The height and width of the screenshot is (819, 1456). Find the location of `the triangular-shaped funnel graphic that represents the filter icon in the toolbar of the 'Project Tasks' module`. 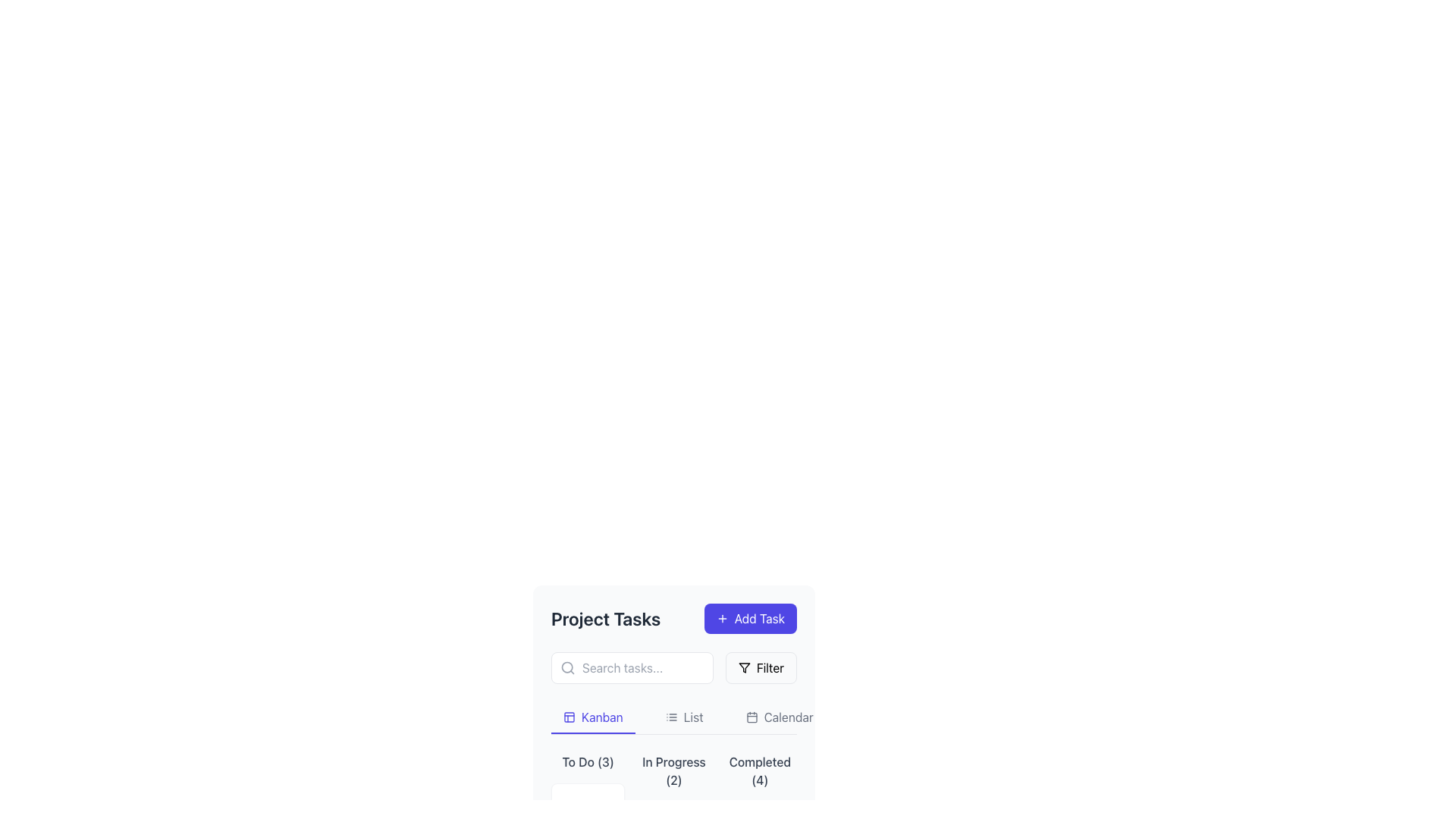

the triangular-shaped funnel graphic that represents the filter icon in the toolbar of the 'Project Tasks' module is located at coordinates (744, 667).